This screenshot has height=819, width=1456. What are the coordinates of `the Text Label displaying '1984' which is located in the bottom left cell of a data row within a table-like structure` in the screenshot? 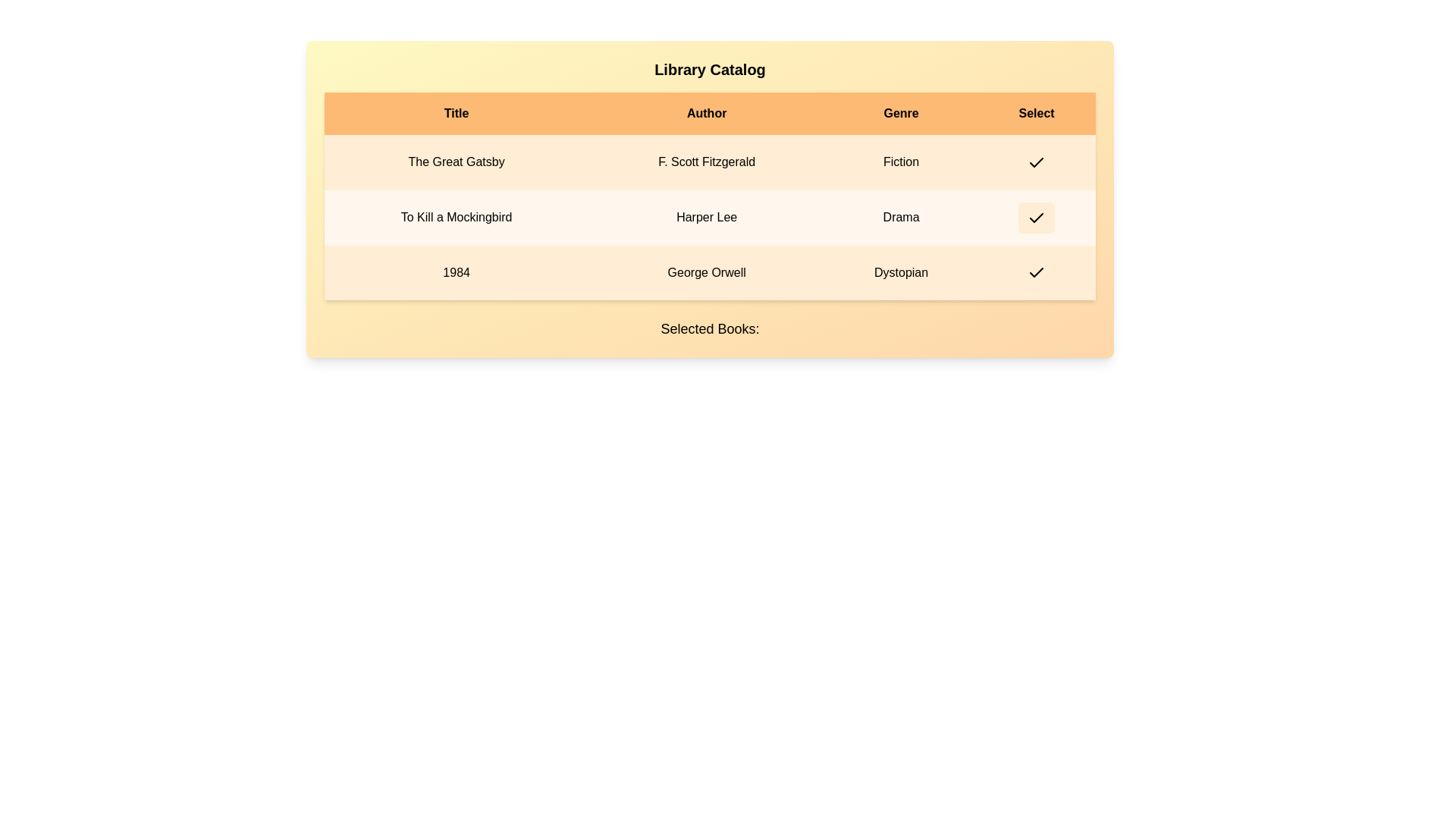 It's located at (456, 271).